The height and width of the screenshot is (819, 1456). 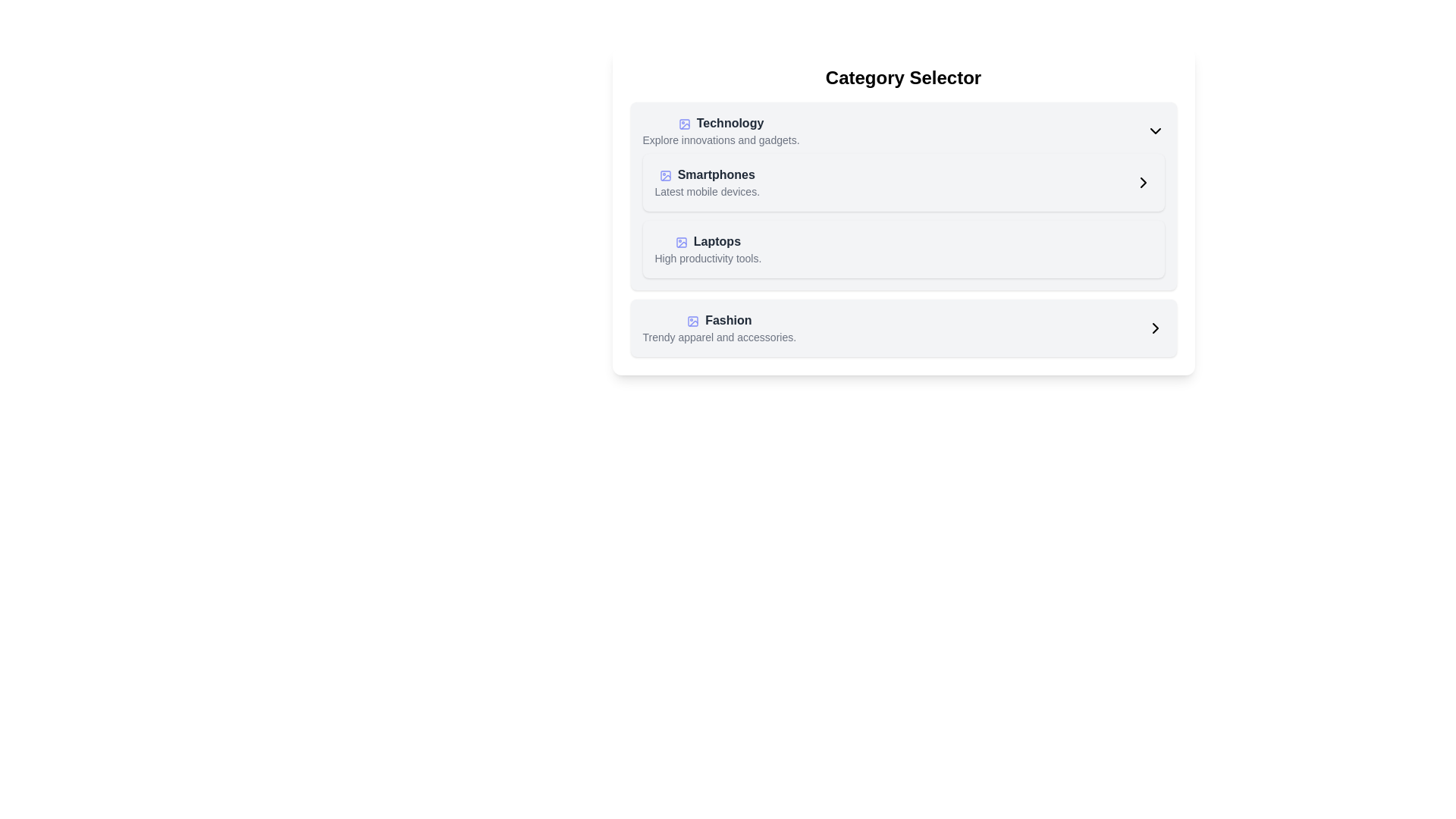 What do you see at coordinates (707, 248) in the screenshot?
I see `the 'Laptops' category list item, which has a blue icon on the left and bold text reading 'Laptops'` at bounding box center [707, 248].